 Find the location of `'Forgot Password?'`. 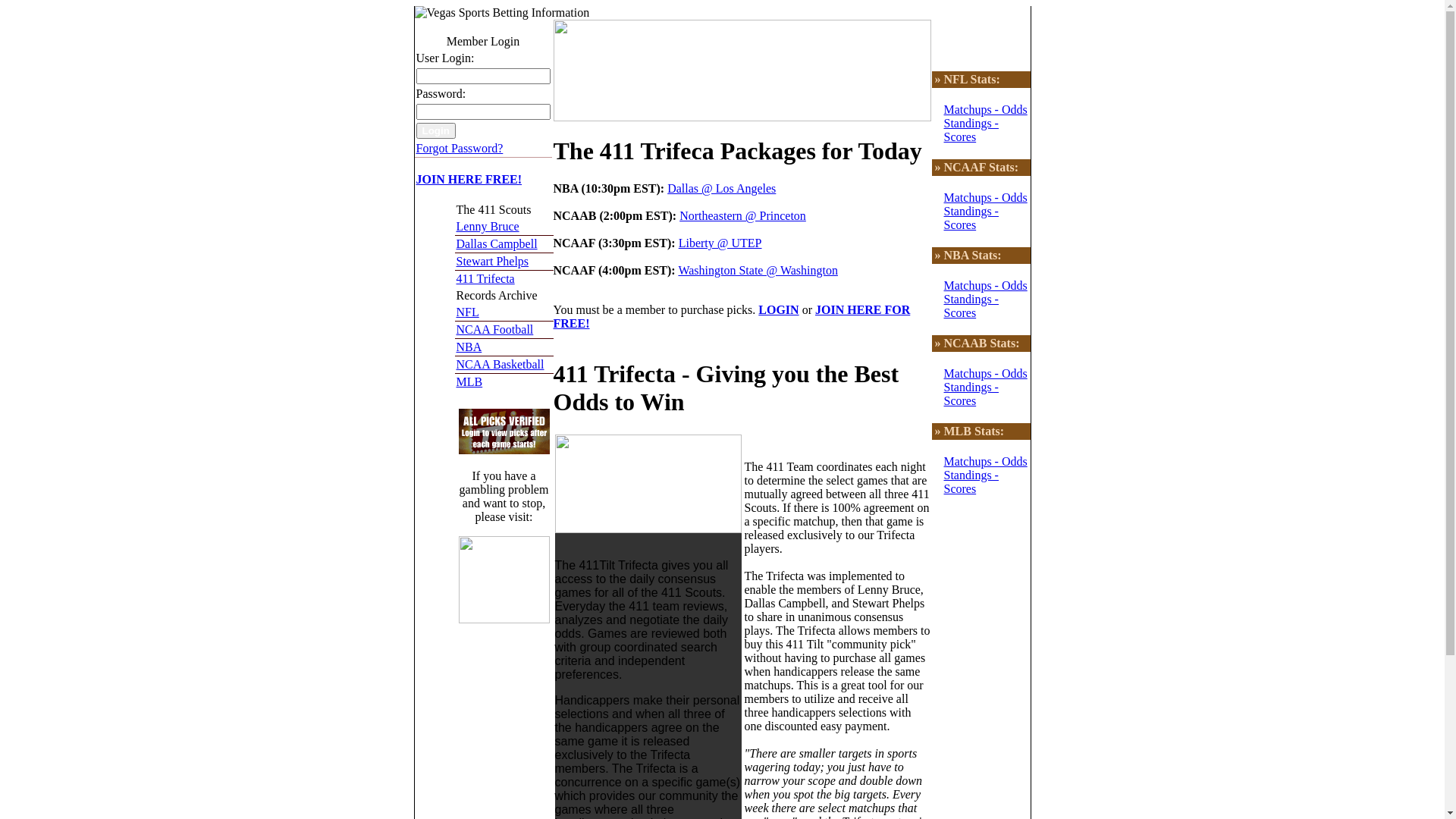

'Forgot Password?' is located at coordinates (415, 148).